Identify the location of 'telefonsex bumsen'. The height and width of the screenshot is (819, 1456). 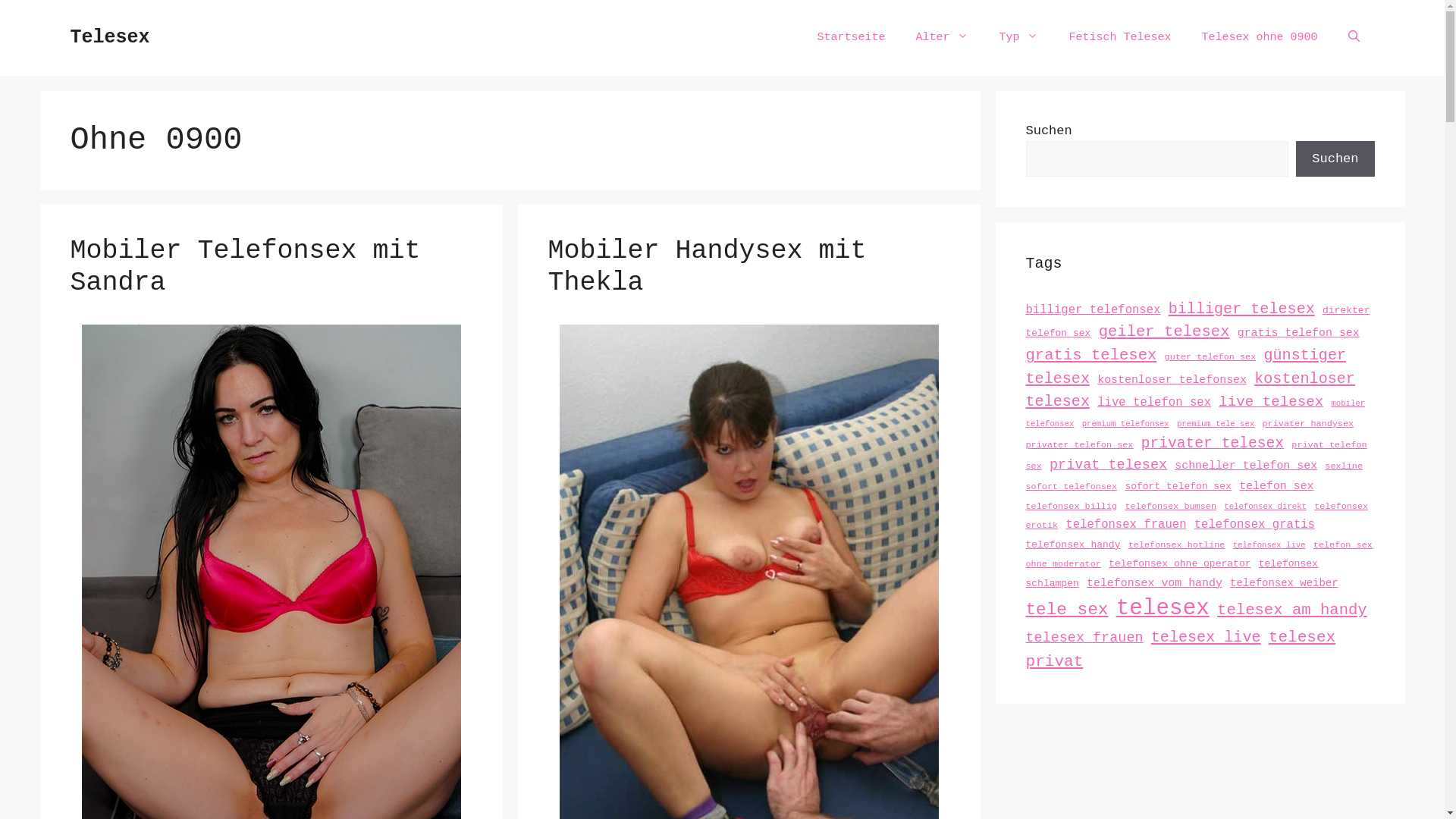
(1169, 506).